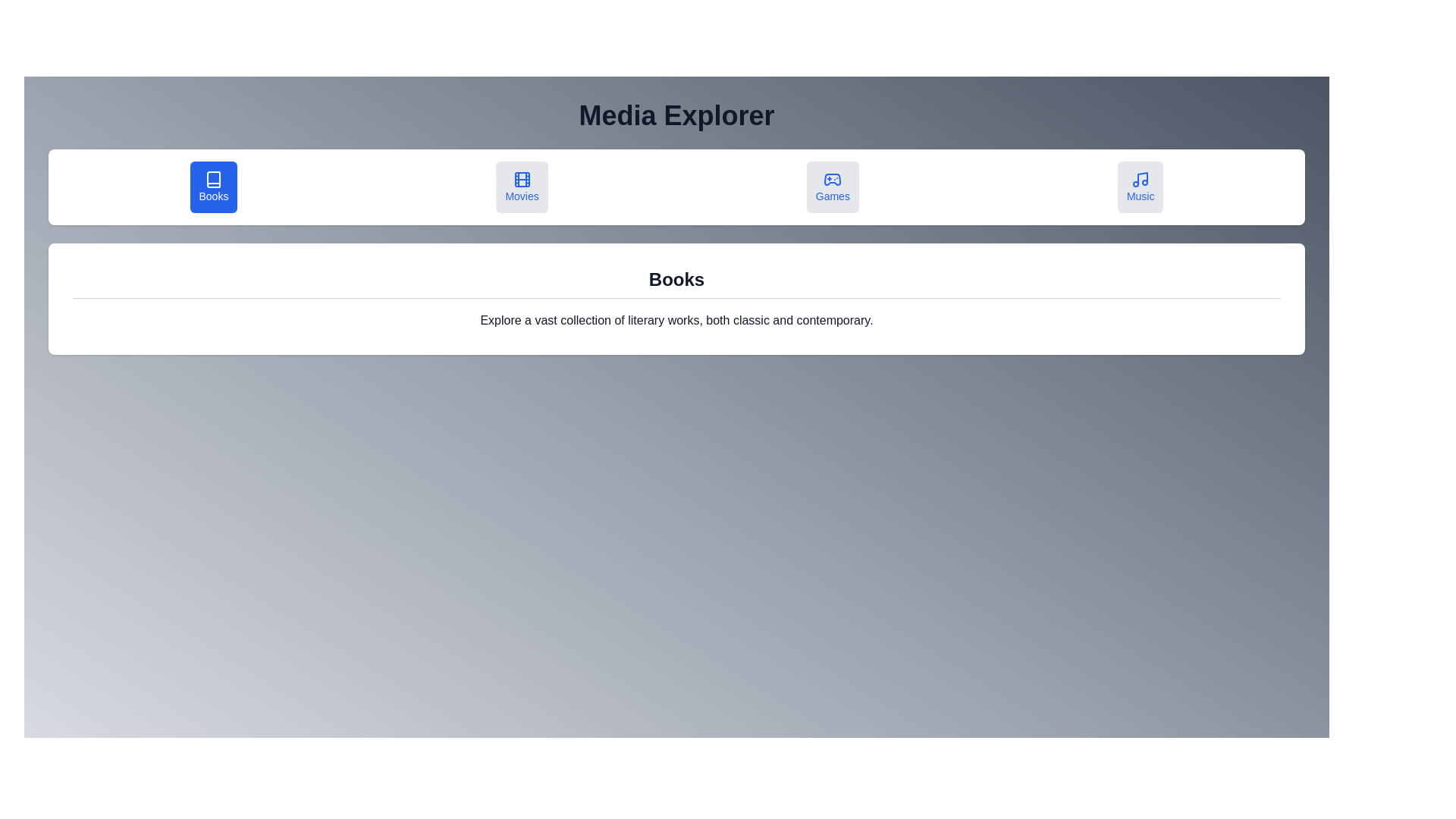  I want to click on the Books tab, so click(213, 186).